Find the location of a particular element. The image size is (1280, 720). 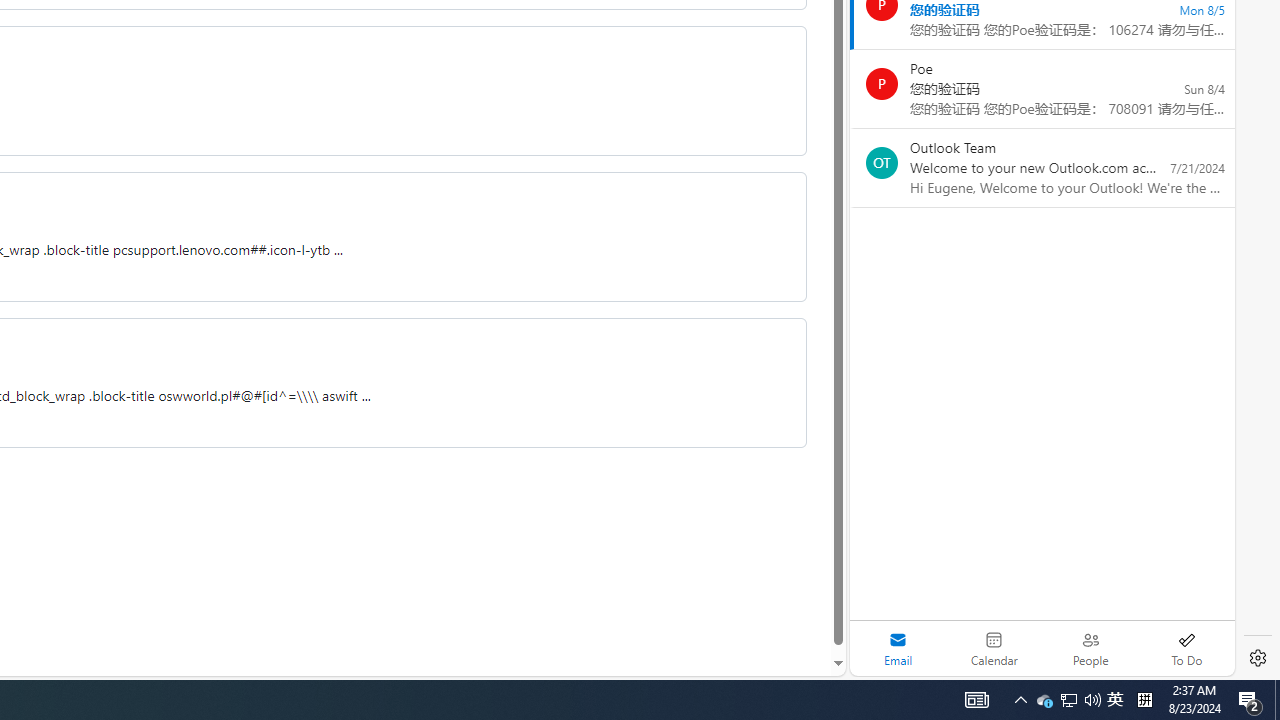

'Calendar. Date today is 22' is located at coordinates (994, 648).